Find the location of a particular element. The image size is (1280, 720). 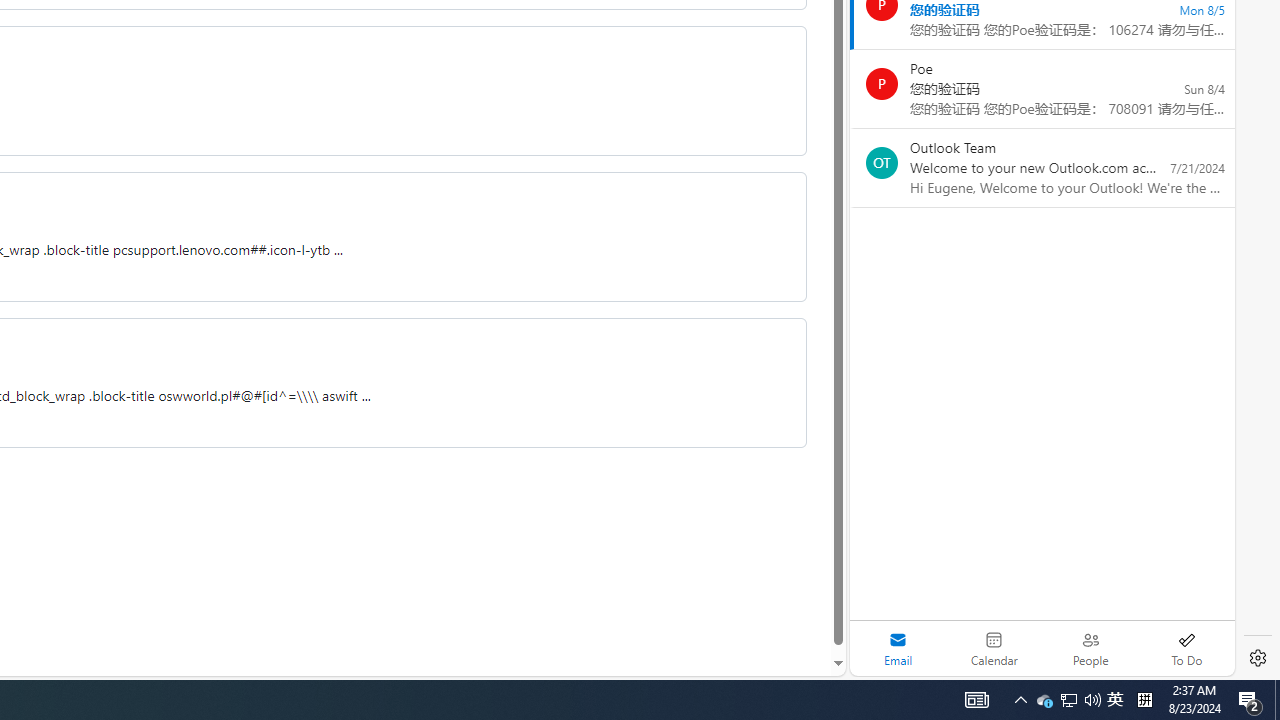

'Calendar. Date today is 22' is located at coordinates (994, 648).